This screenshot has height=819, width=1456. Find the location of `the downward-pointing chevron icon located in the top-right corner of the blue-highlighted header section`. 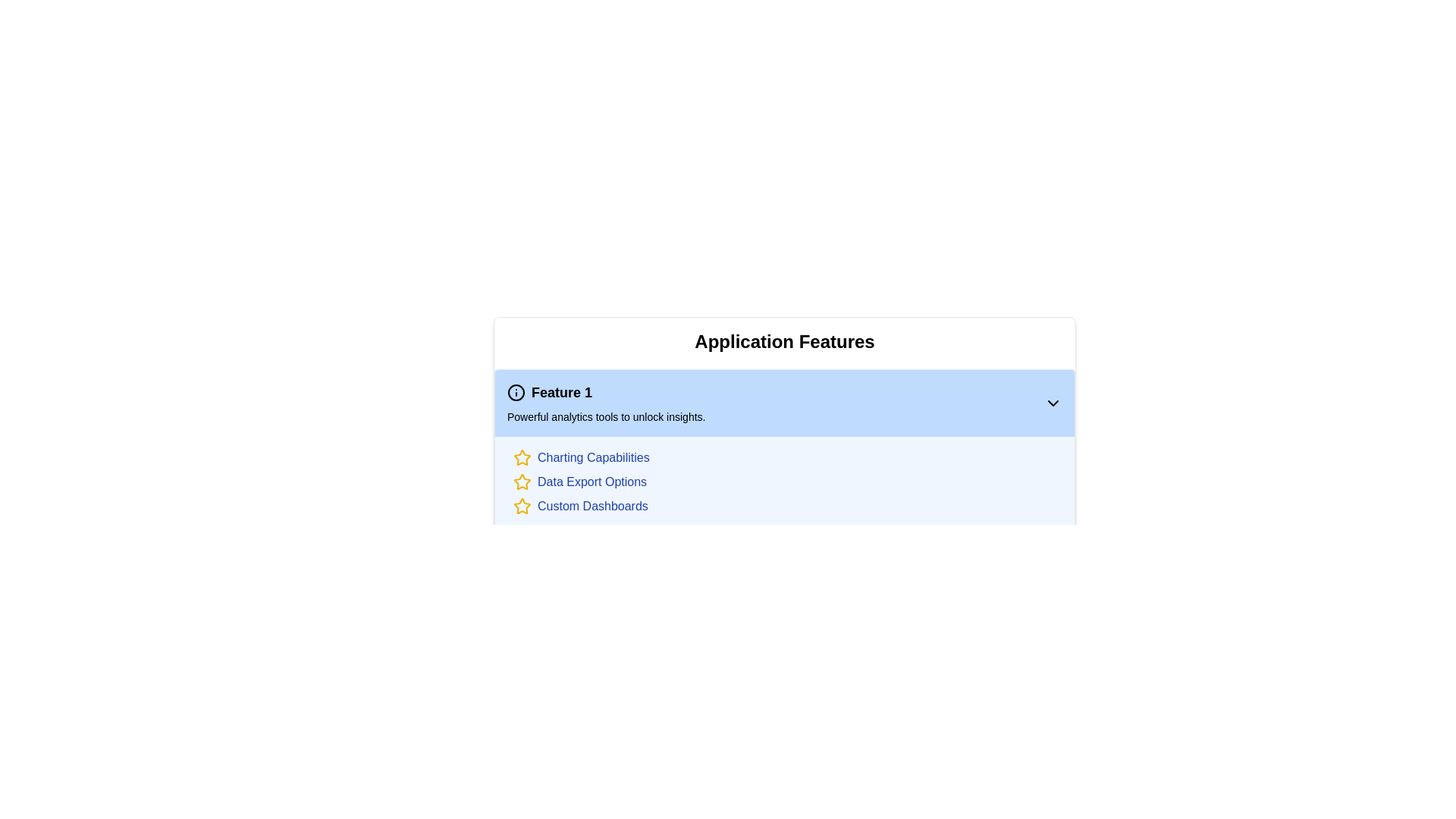

the downward-pointing chevron icon located in the top-right corner of the blue-highlighted header section is located at coordinates (1052, 403).